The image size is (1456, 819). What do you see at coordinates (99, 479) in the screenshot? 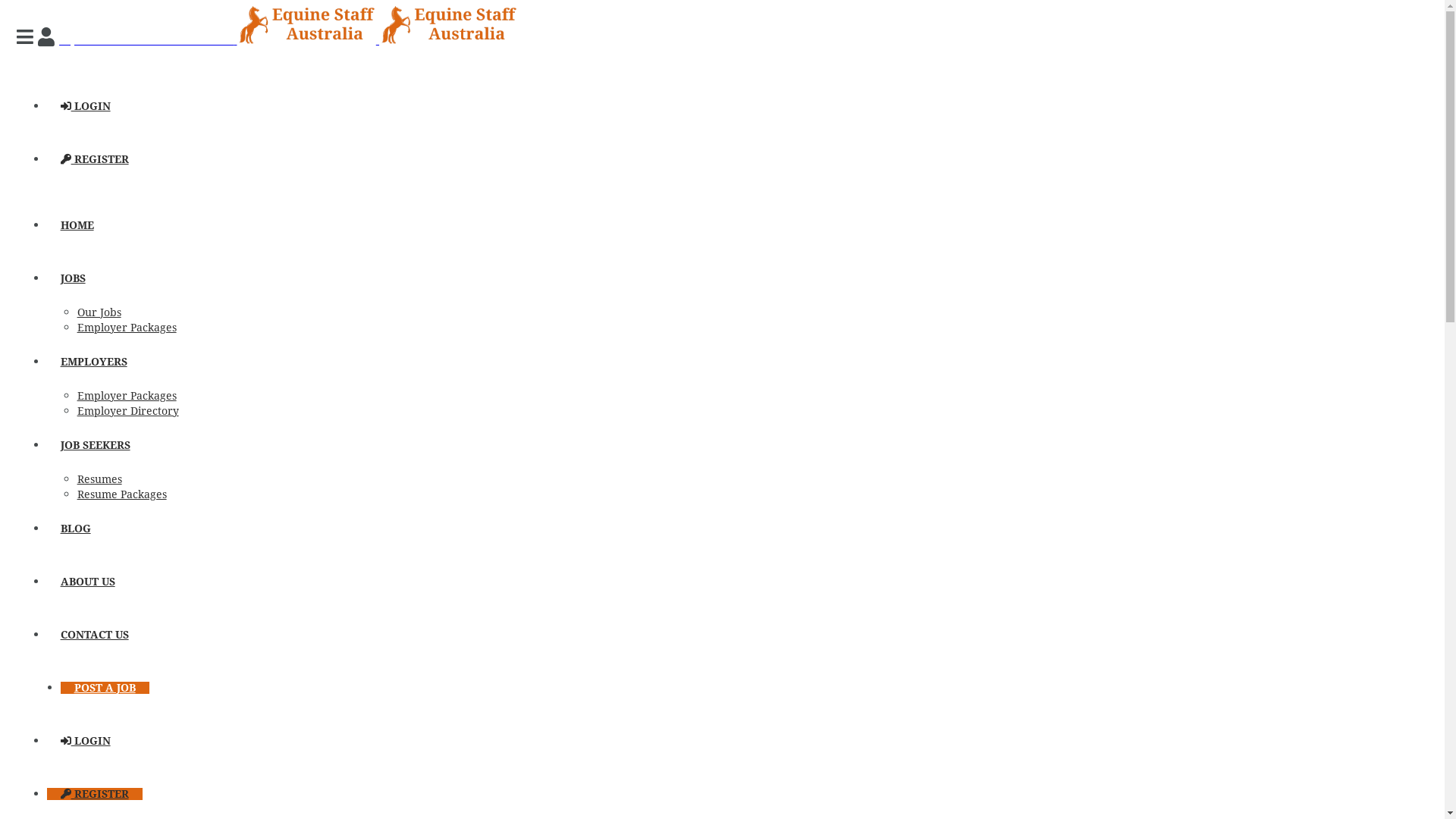
I see `'Resumes'` at bounding box center [99, 479].